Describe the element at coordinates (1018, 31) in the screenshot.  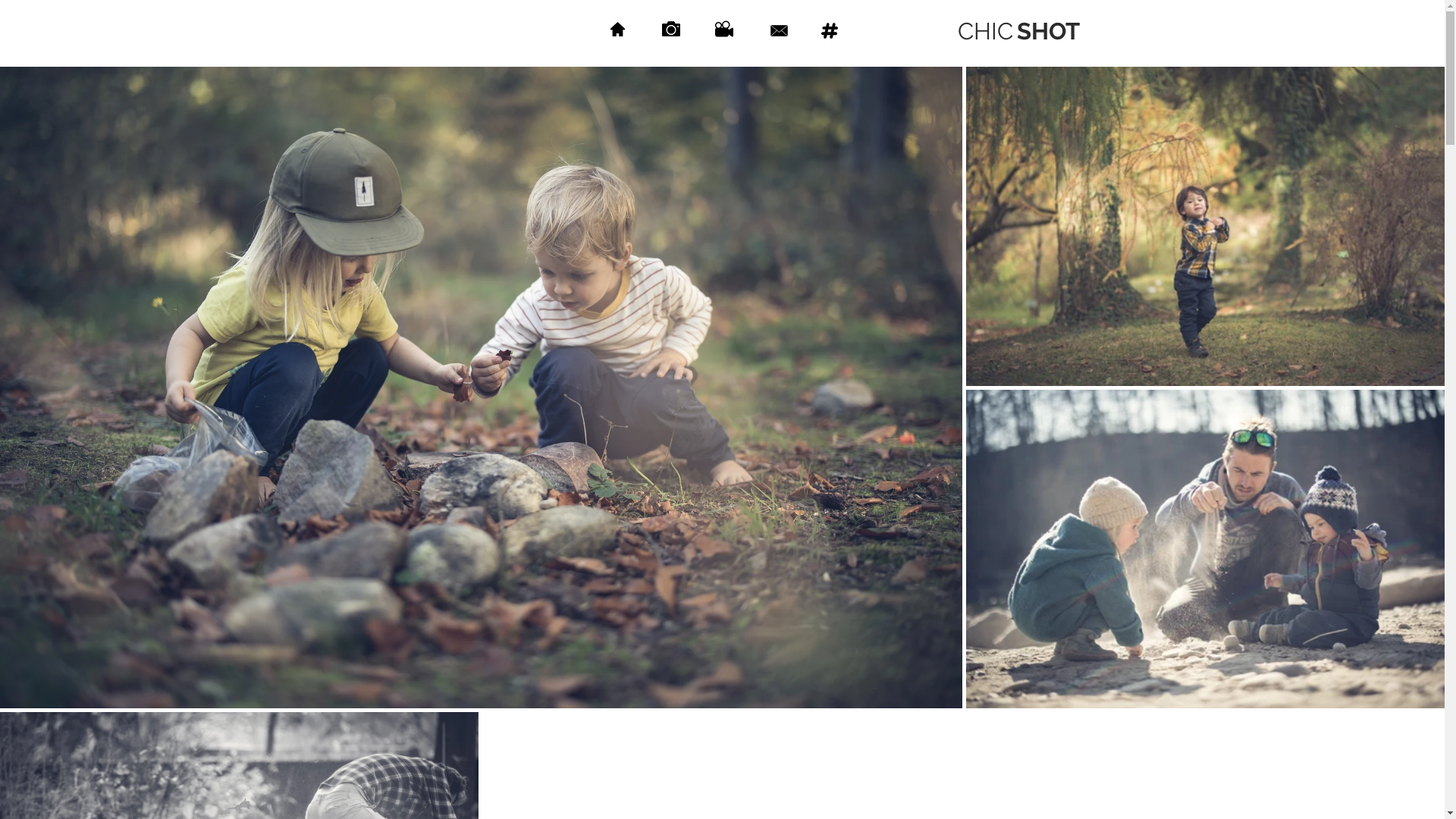
I see `'CHIC SHOT'` at that location.